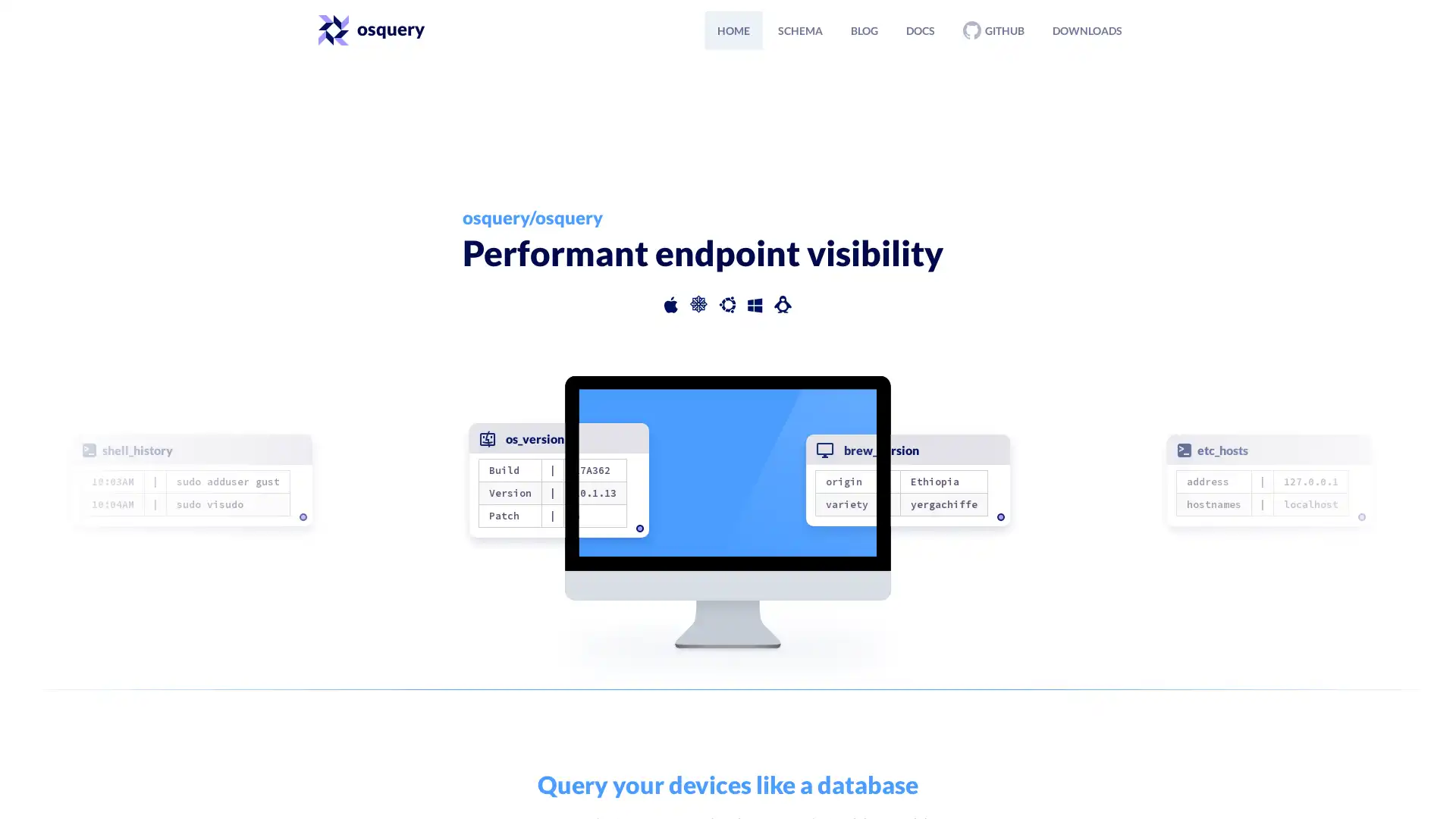 This screenshot has width=1456, height=819. What do you see at coordinates (993, 30) in the screenshot?
I see `github-mark GITHUB` at bounding box center [993, 30].